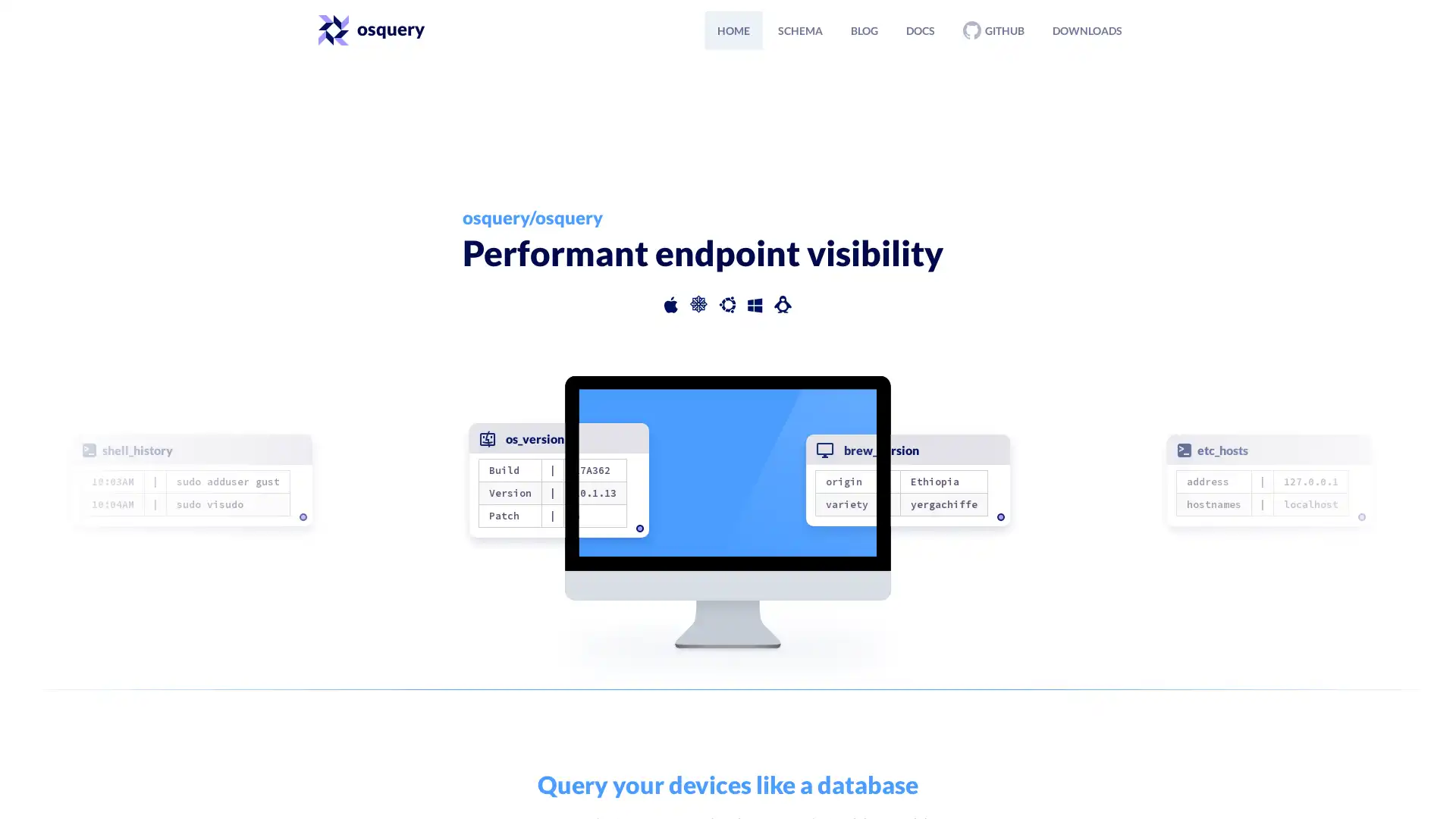 This screenshot has width=1456, height=819. What do you see at coordinates (993, 30) in the screenshot?
I see `github-mark GITHUB` at bounding box center [993, 30].